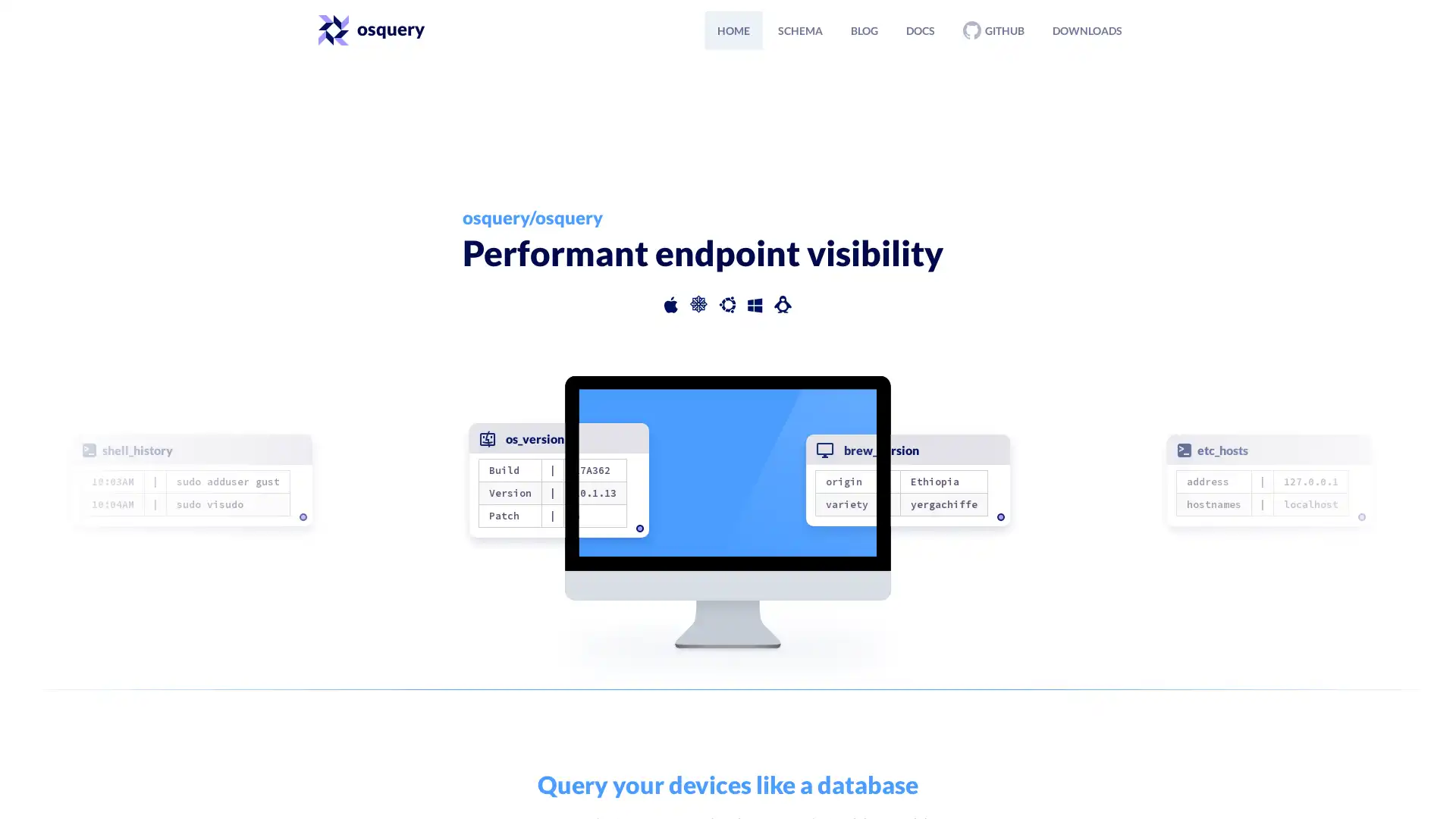 This screenshot has width=1456, height=819. What do you see at coordinates (993, 30) in the screenshot?
I see `github-mark GITHUB` at bounding box center [993, 30].